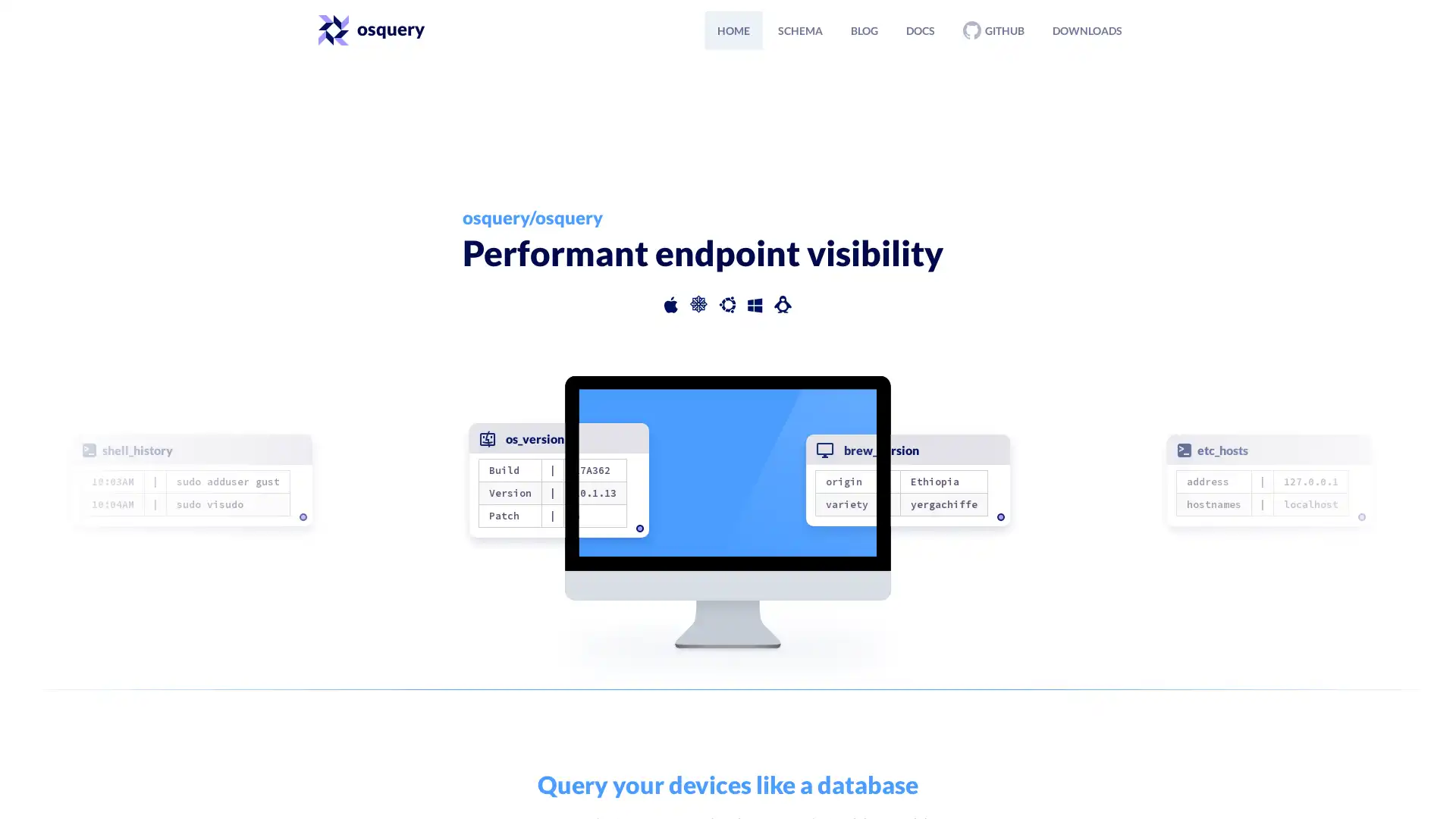 This screenshot has width=1456, height=819. What do you see at coordinates (993, 30) in the screenshot?
I see `github-mark GITHUB` at bounding box center [993, 30].